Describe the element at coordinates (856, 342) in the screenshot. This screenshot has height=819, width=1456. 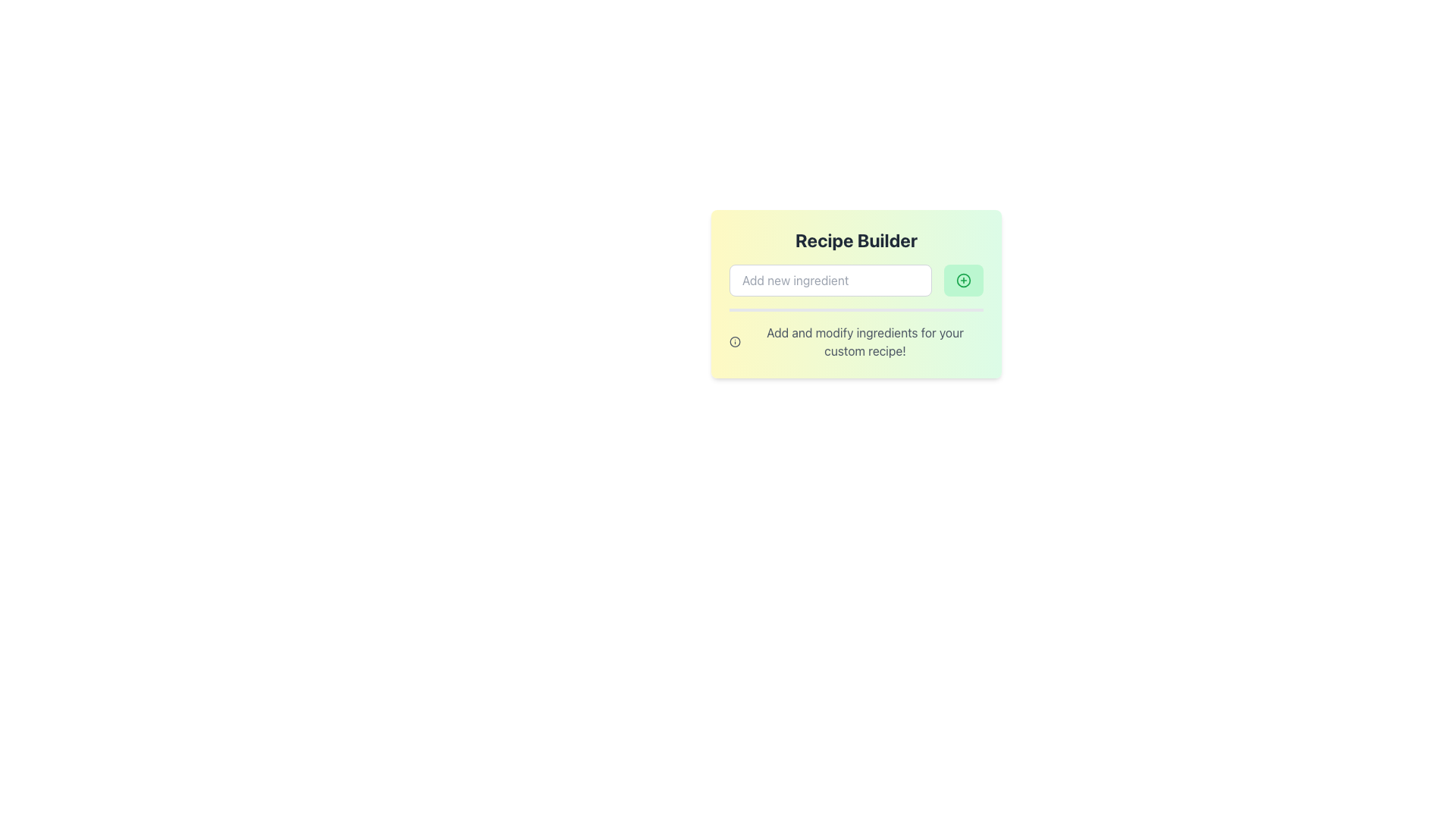
I see `informational section located under the 'Recipe Builder' header, which describes how to customize a recipe` at that location.